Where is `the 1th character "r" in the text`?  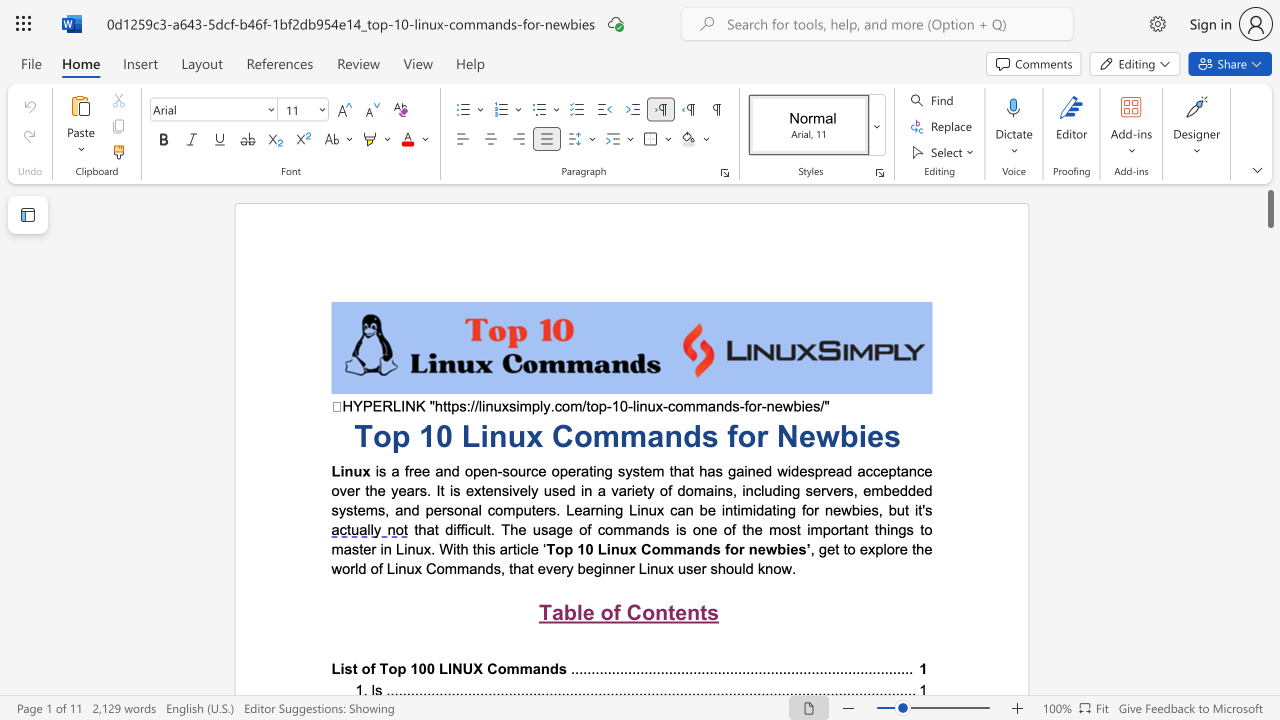
the 1th character "r" in the text is located at coordinates (758, 405).